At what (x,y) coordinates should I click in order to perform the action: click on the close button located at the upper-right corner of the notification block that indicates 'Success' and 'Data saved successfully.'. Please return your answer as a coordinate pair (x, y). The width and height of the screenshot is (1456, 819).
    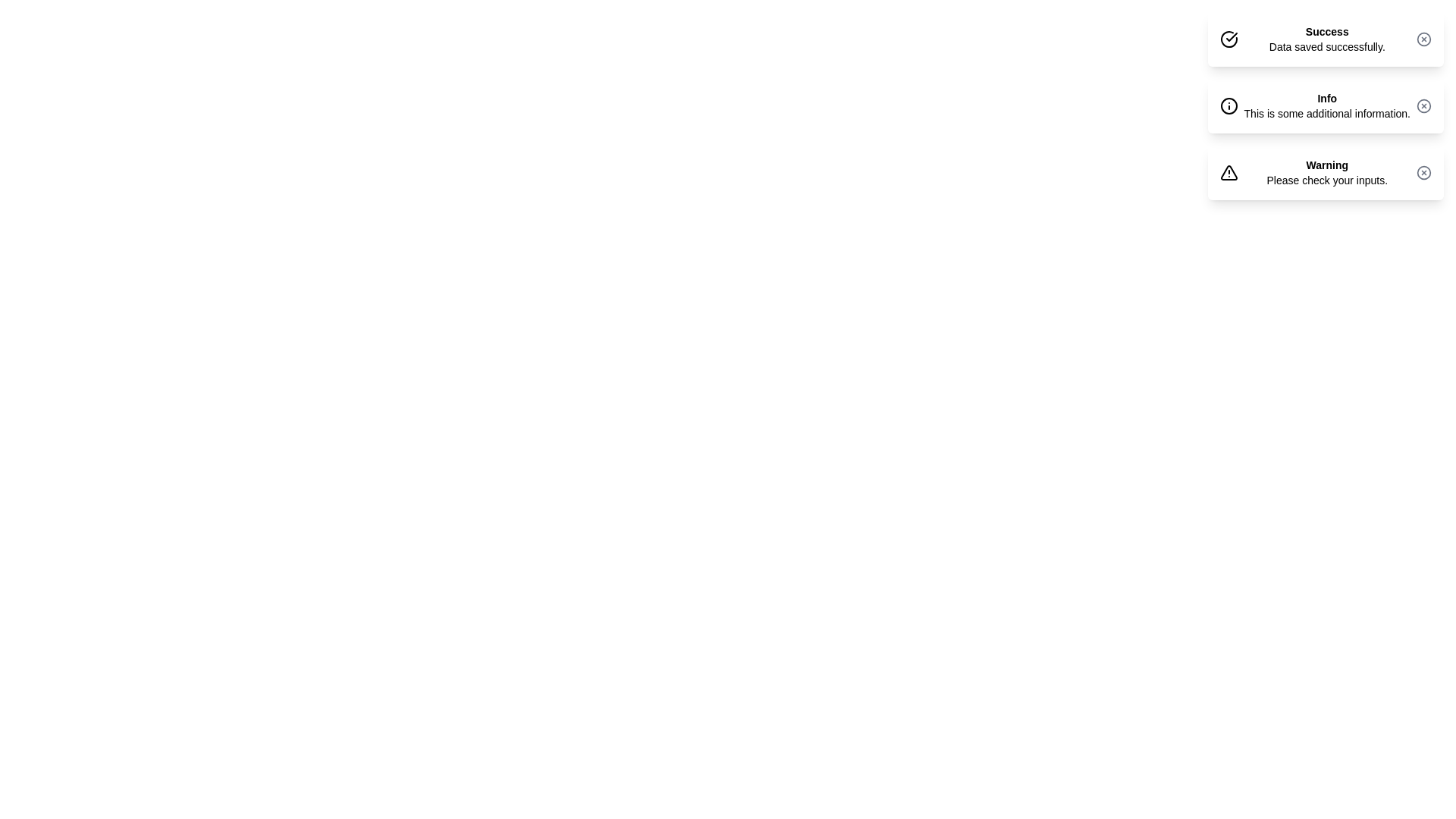
    Looking at the image, I should click on (1423, 38).